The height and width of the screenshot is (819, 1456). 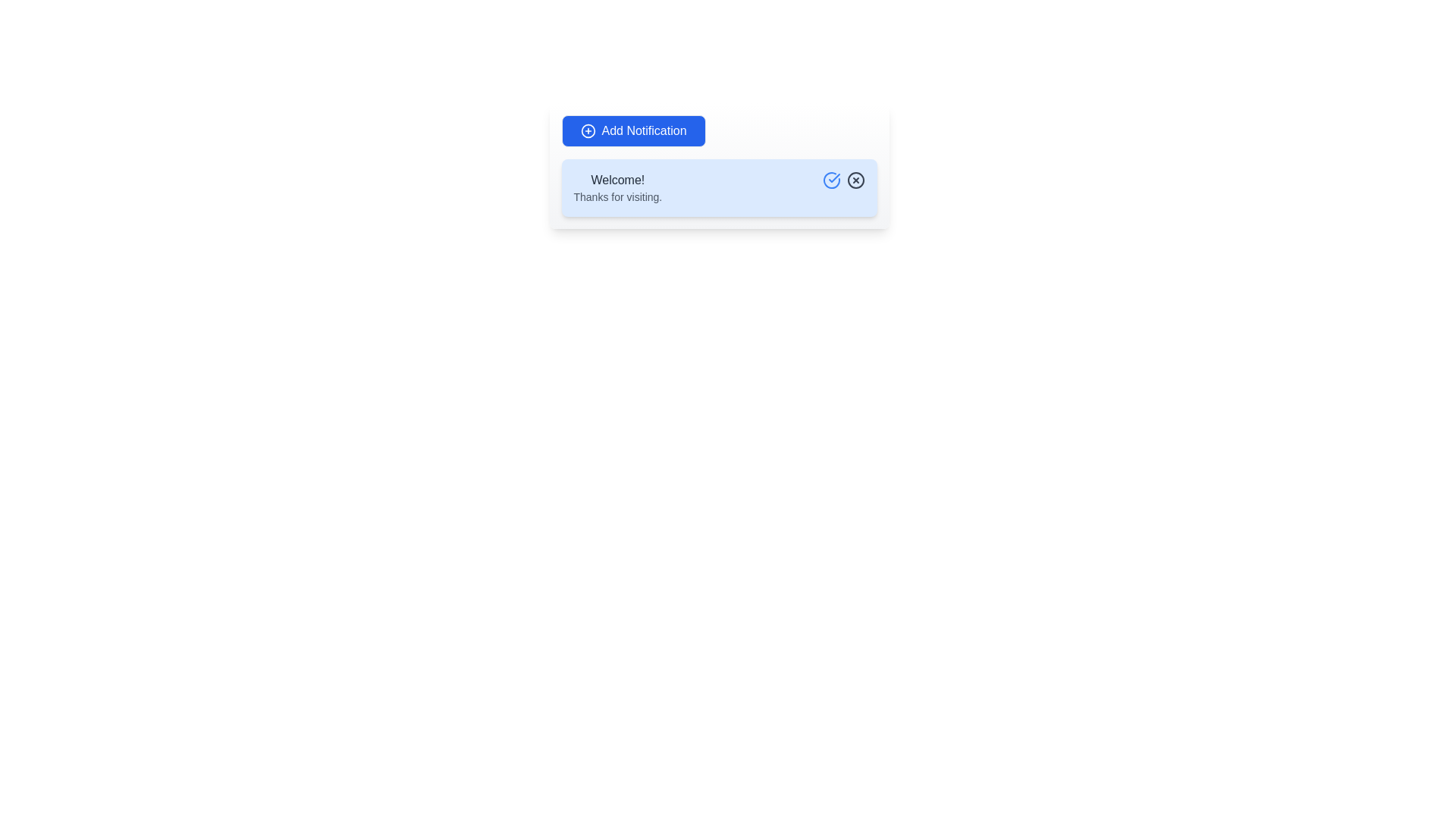 What do you see at coordinates (855, 180) in the screenshot?
I see `the circular close button located at the far right of the notification card with a light blue background, which aligns horizontally with a circular checkmark icon to its left, to indicate interactivity` at bounding box center [855, 180].